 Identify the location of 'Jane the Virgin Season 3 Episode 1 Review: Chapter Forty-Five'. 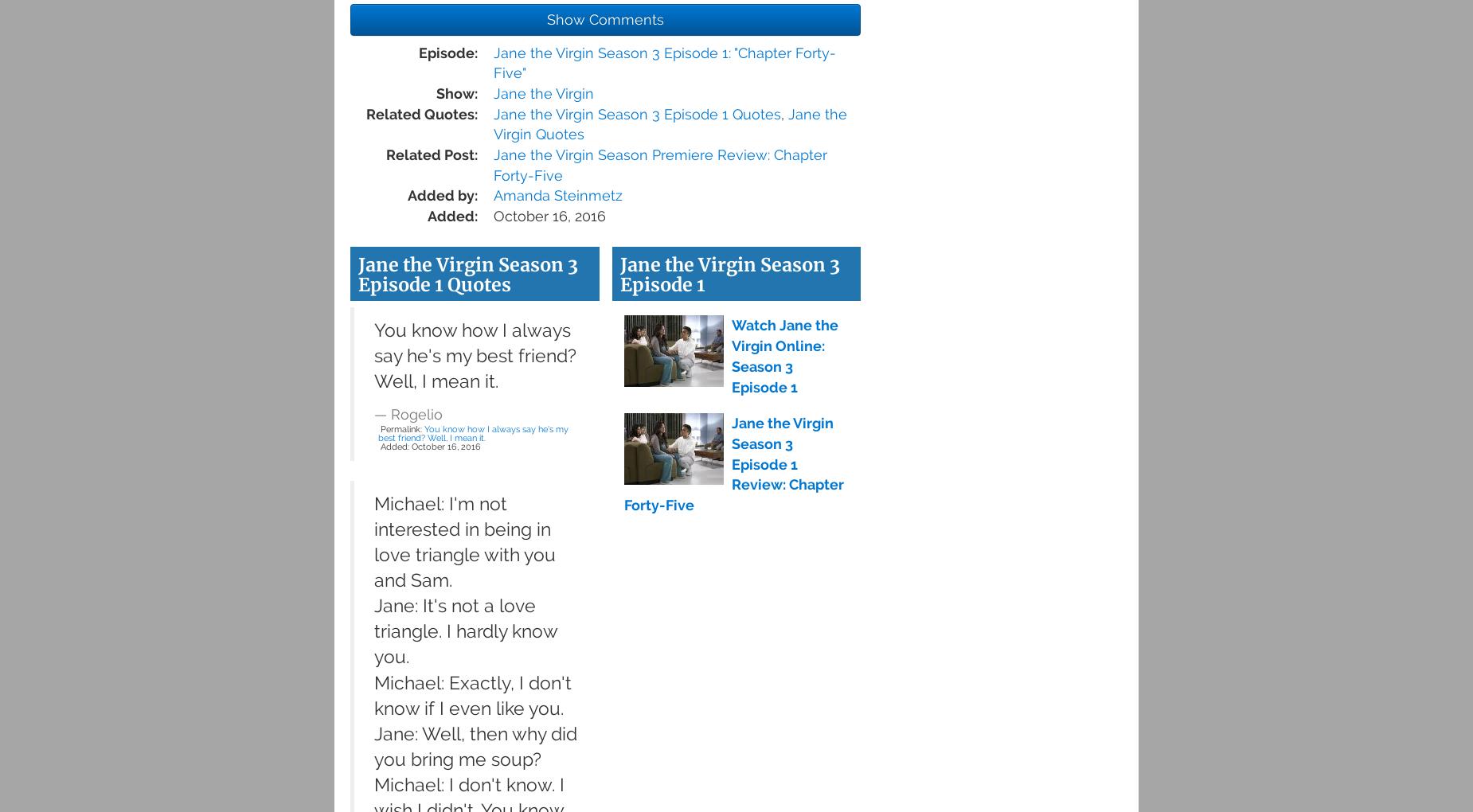
(733, 464).